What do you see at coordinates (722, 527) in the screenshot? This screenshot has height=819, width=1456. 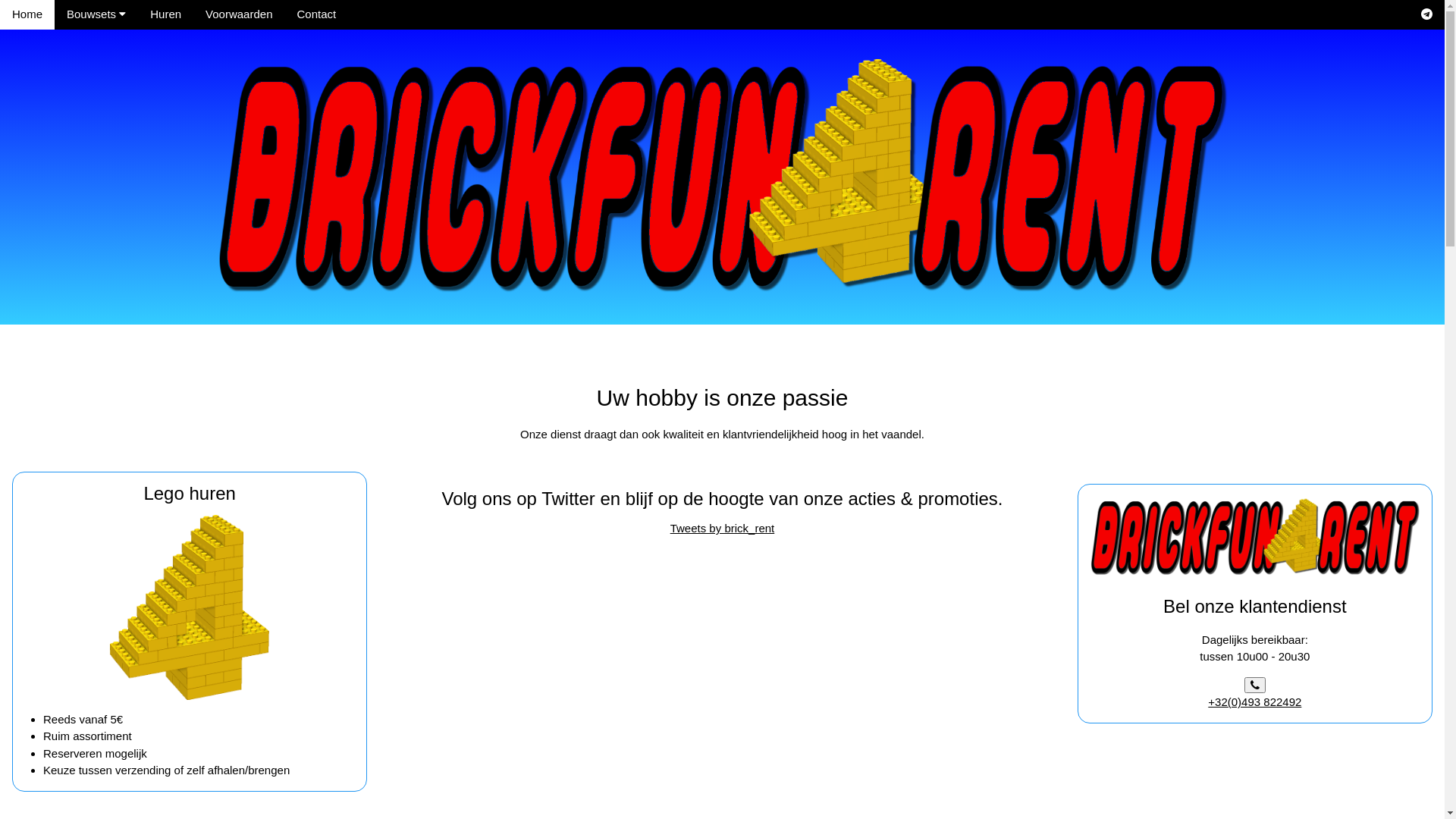 I see `'Tweets by brick_rent'` at bounding box center [722, 527].